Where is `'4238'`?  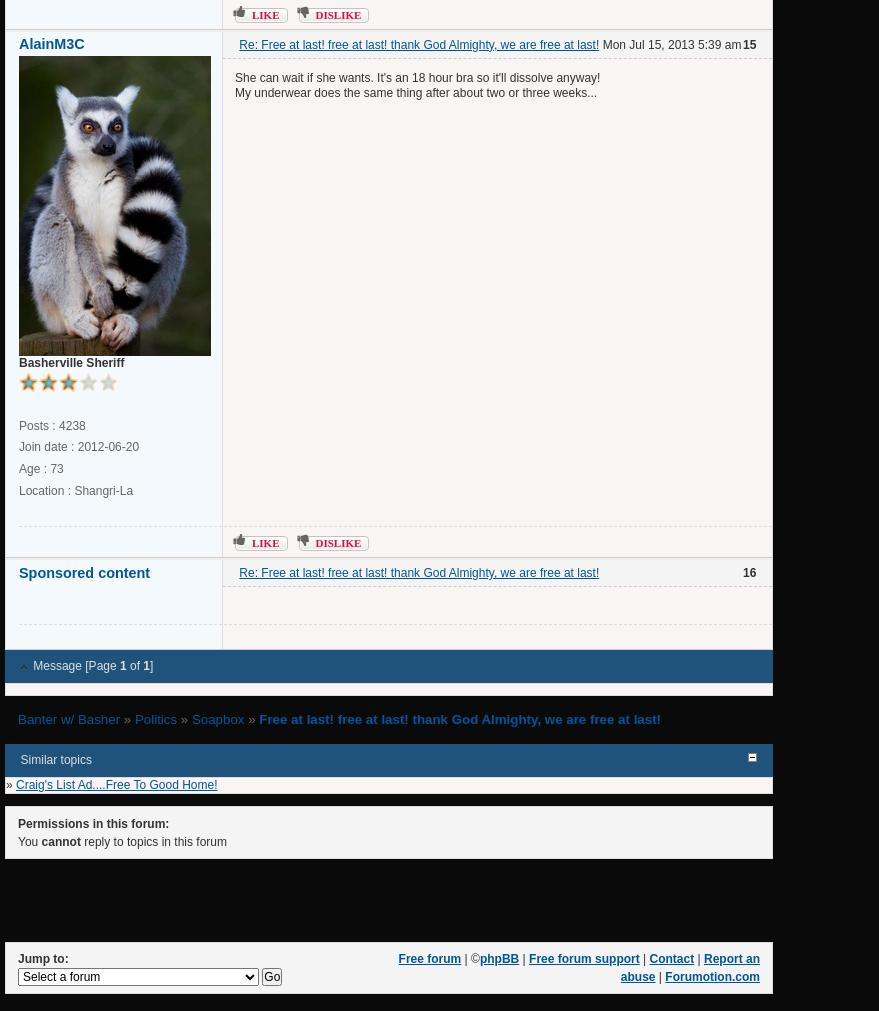 '4238' is located at coordinates (71, 424).